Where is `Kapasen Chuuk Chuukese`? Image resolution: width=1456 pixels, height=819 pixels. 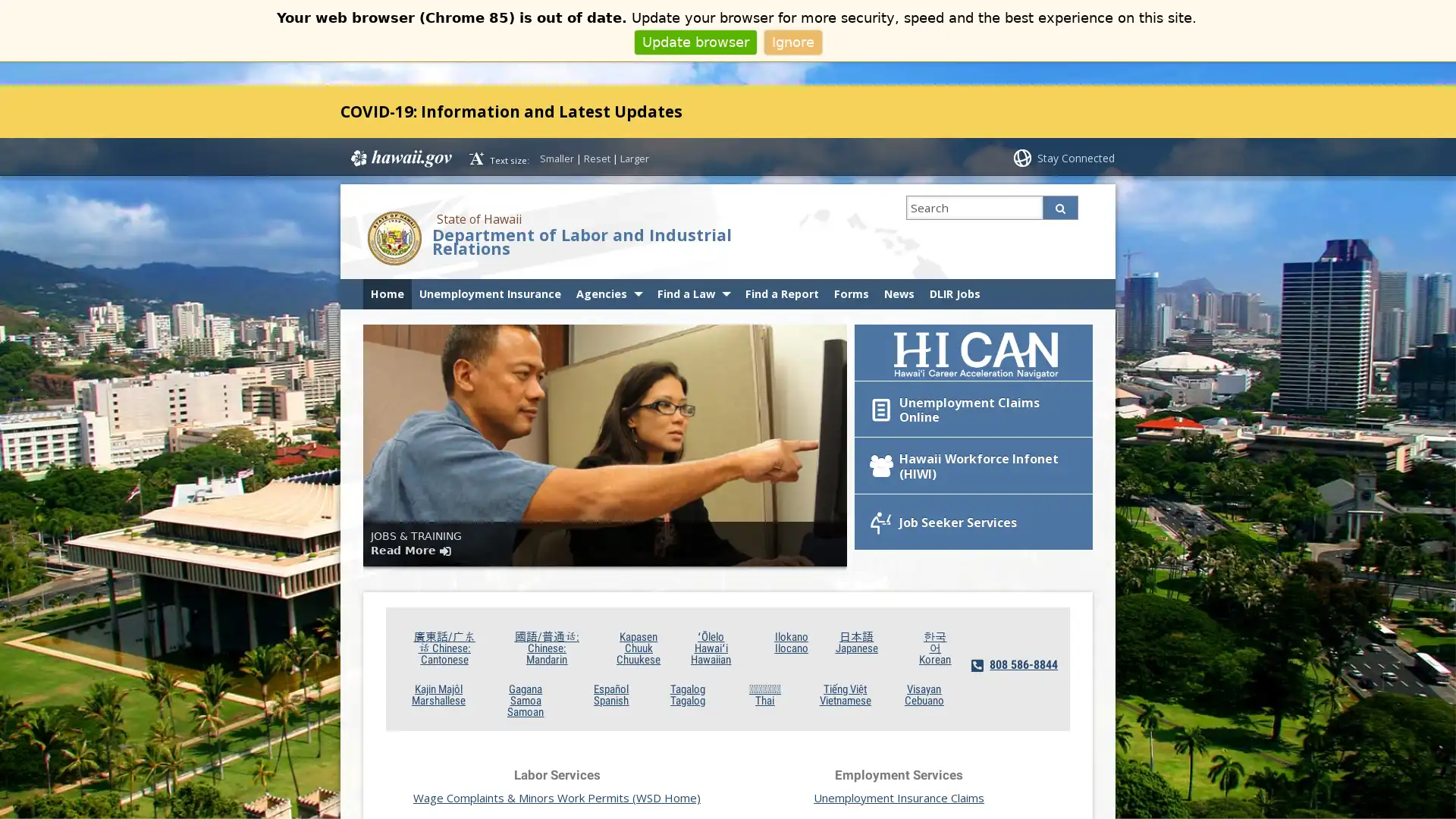
Kapasen Chuuk Chuukese is located at coordinates (638, 654).